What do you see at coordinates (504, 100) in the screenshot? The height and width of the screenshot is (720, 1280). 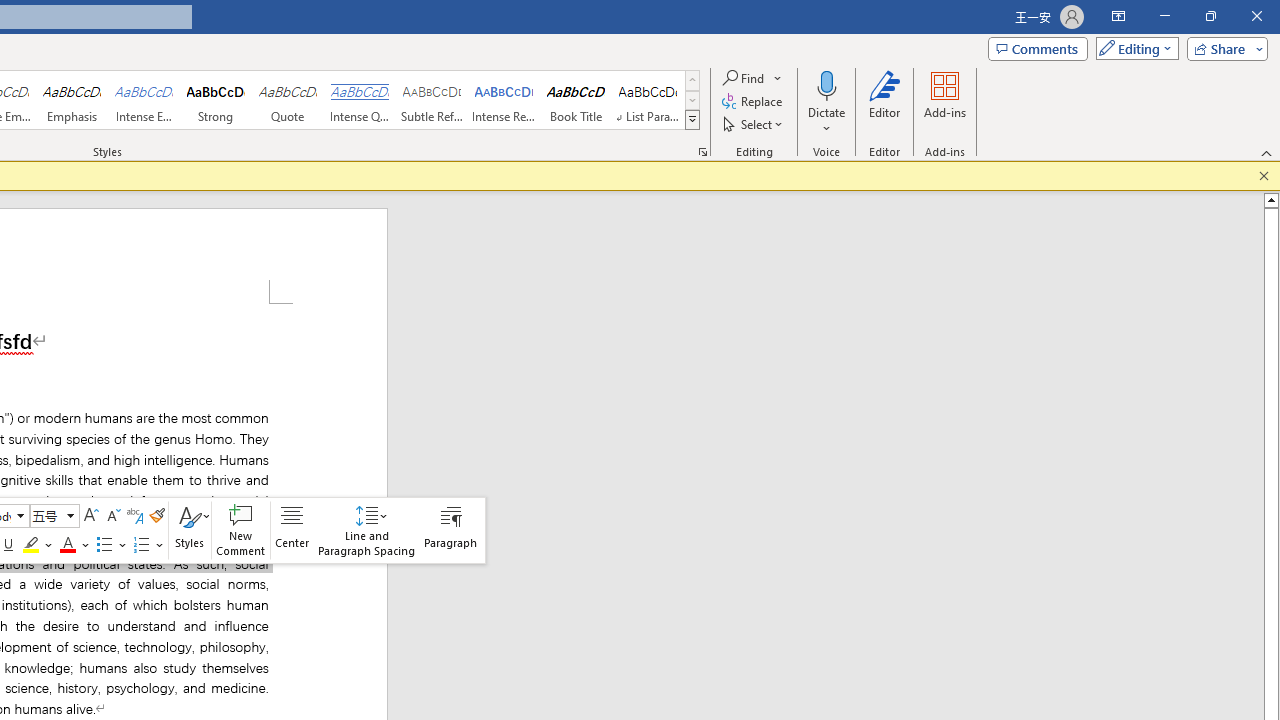 I see `'Intense Reference'` at bounding box center [504, 100].